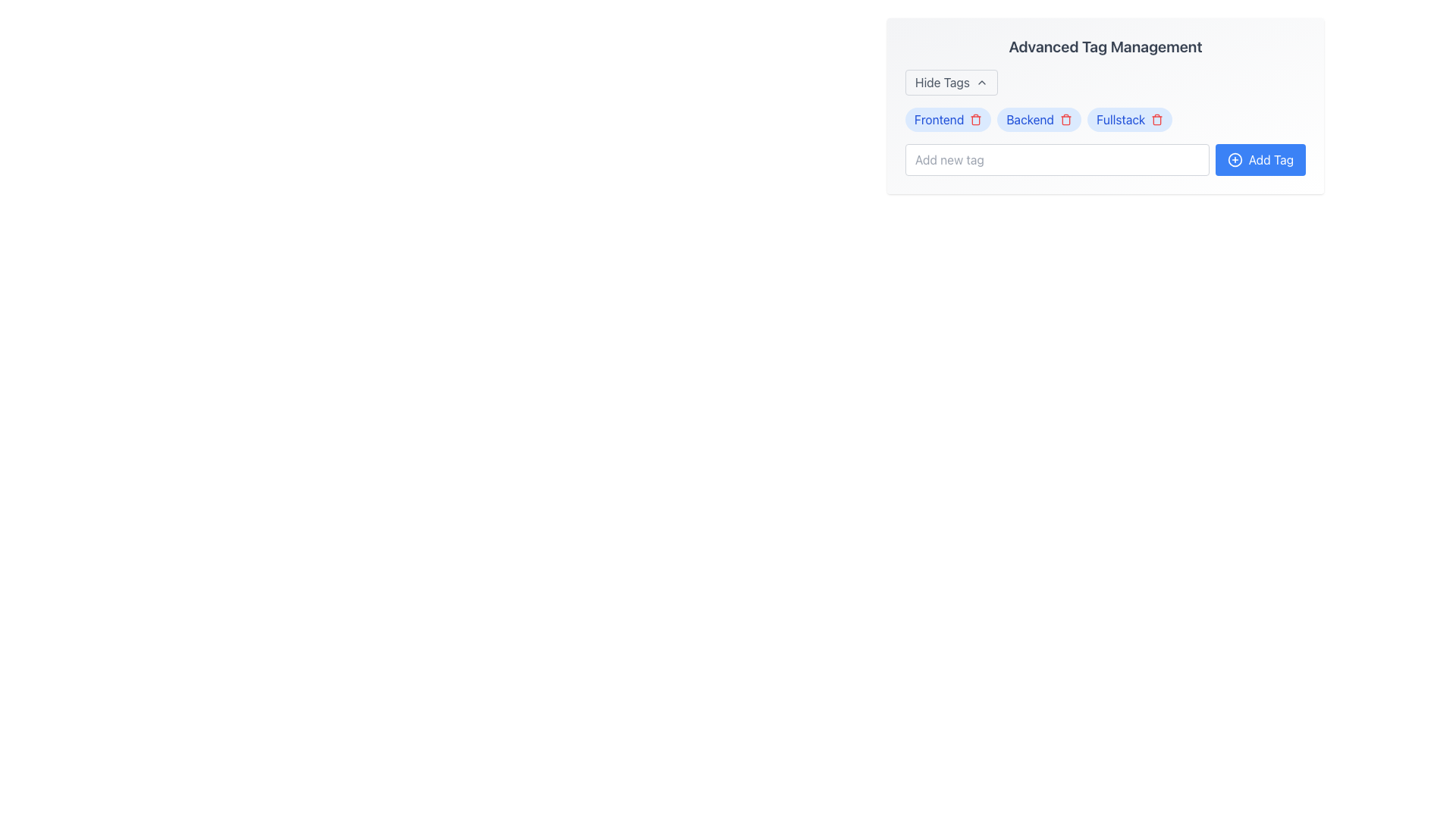 This screenshot has width=1456, height=819. What do you see at coordinates (950, 82) in the screenshot?
I see `the toggle button at the top of the 'Advanced Tag Management' section to change the visibility of the displayed tags` at bounding box center [950, 82].